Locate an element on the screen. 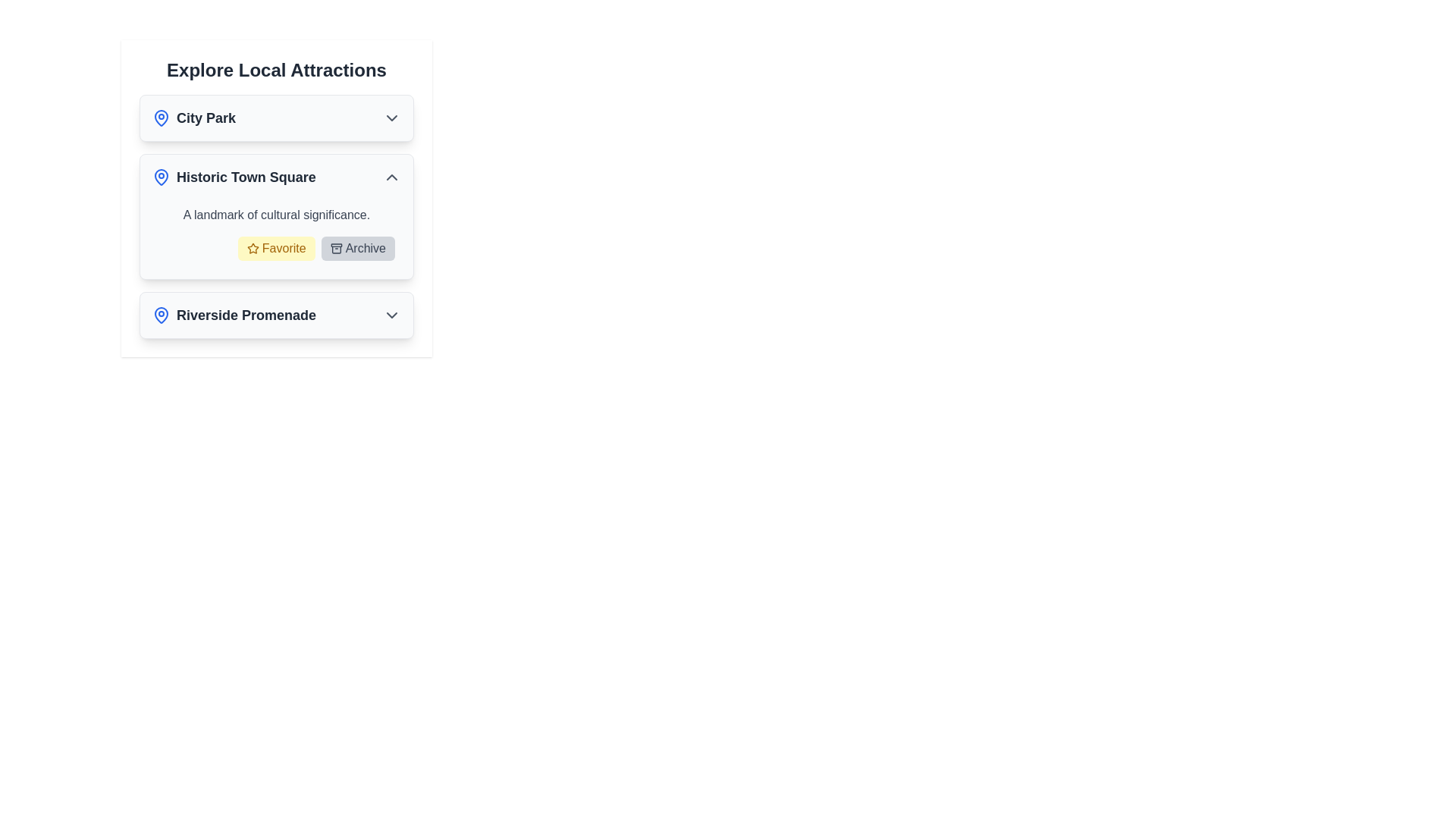 The height and width of the screenshot is (819, 1456). the blue map pin icon associated with 'Riverside Promenade' located in the 'Explore Local Attractions' section at the lower area of the interface is located at coordinates (161, 315).